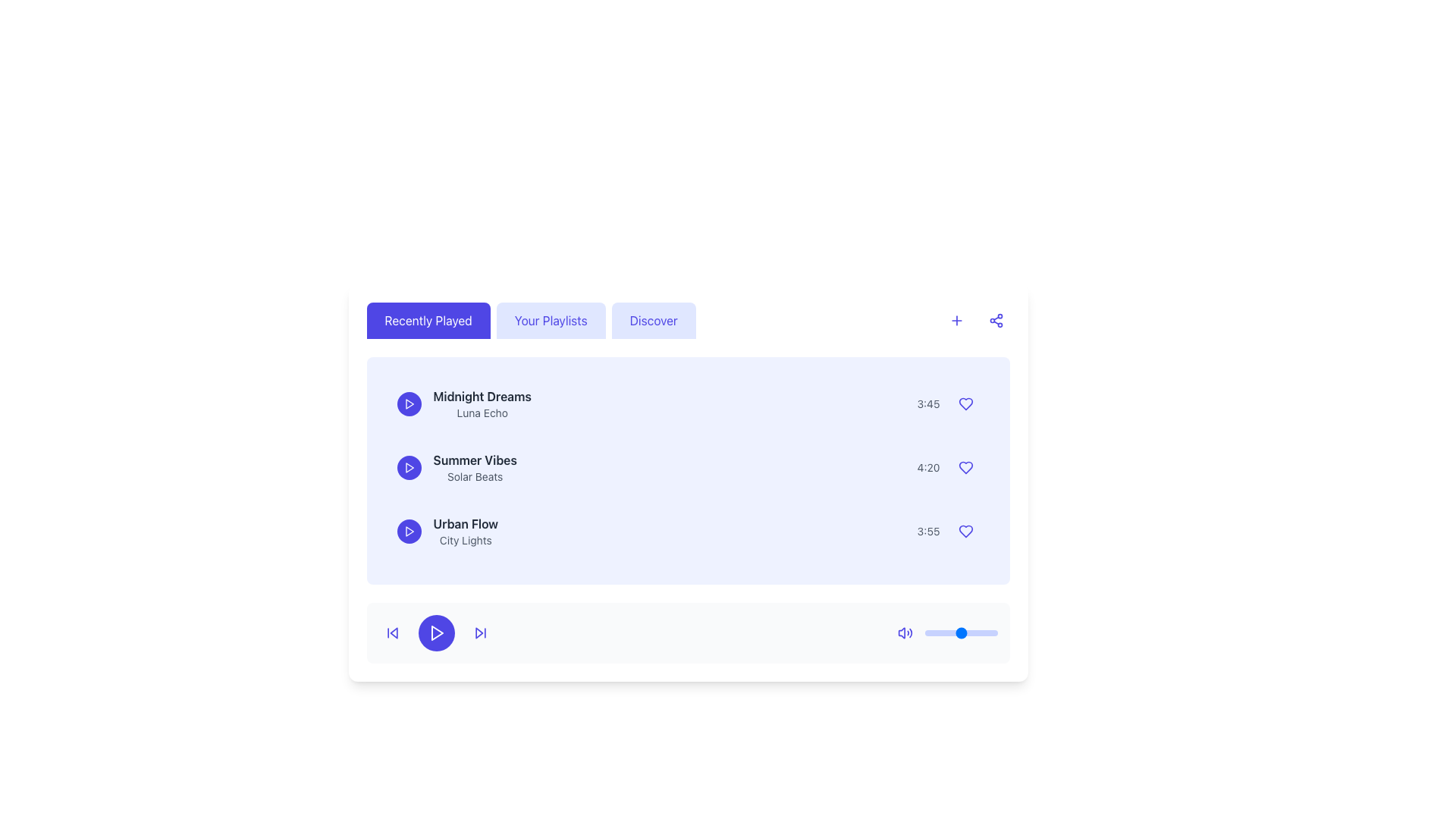 This screenshot has height=819, width=1456. Describe the element at coordinates (965, 467) in the screenshot. I see `the favorite button located in the second row of the 'Recently Played' section, which is associated with the song having a playback duration of '4:20'` at that location.